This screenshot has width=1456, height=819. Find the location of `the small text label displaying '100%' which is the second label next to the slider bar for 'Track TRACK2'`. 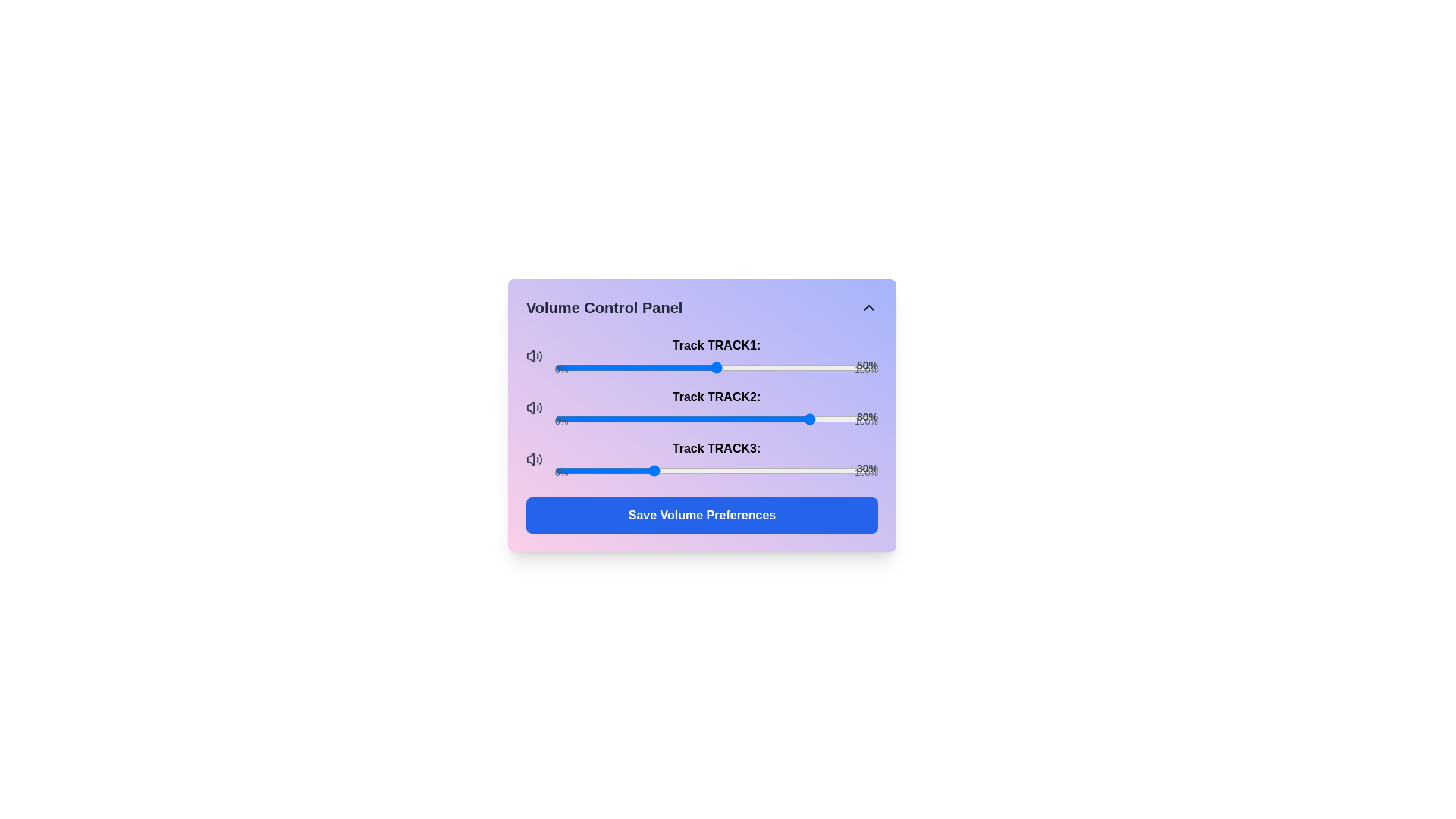

the small text label displaying '100%' which is the second label next to the slider bar for 'Track TRACK2' is located at coordinates (866, 421).